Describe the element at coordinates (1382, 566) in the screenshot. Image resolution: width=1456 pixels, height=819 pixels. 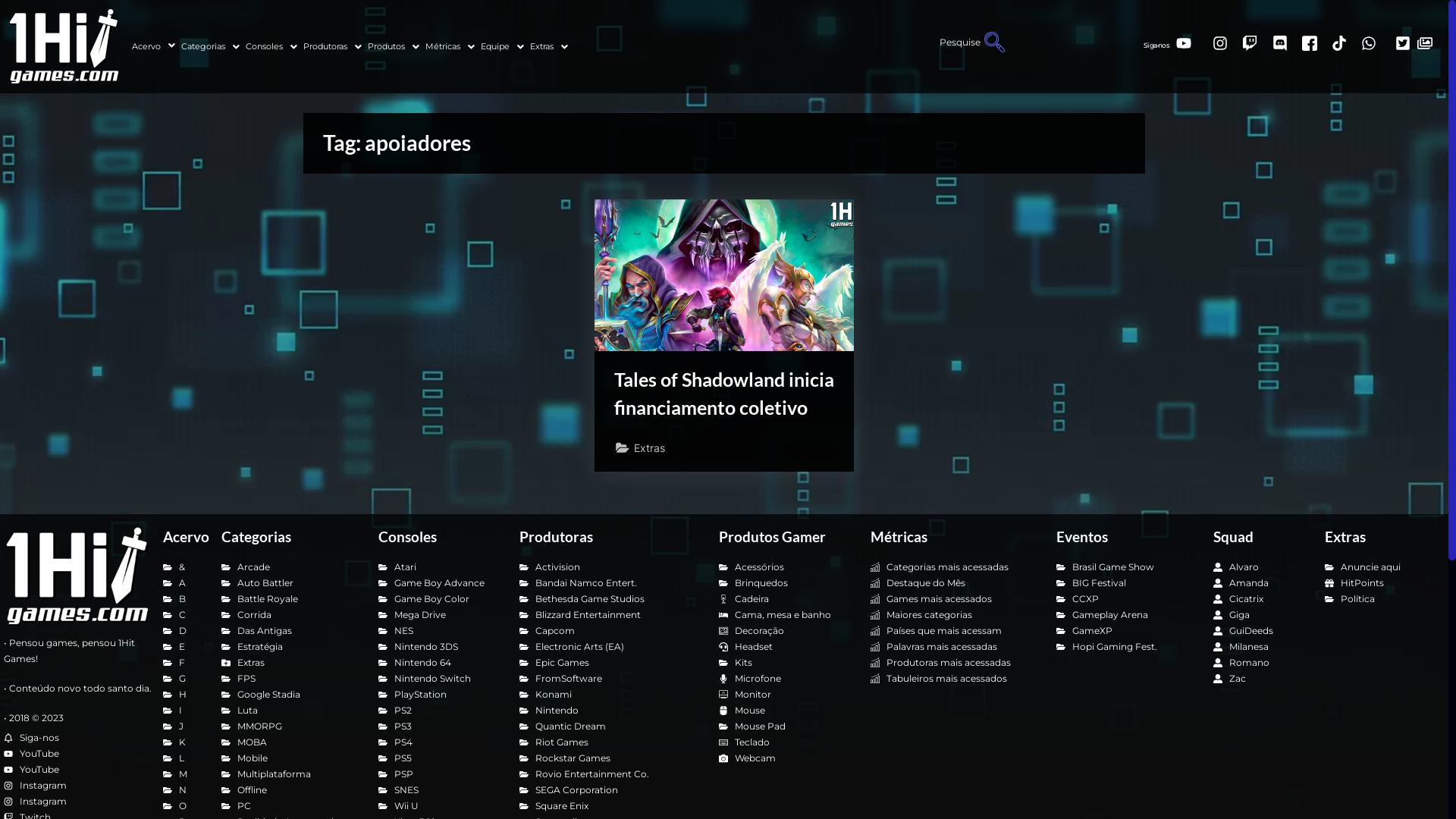
I see `'Anuncie aqui'` at that location.